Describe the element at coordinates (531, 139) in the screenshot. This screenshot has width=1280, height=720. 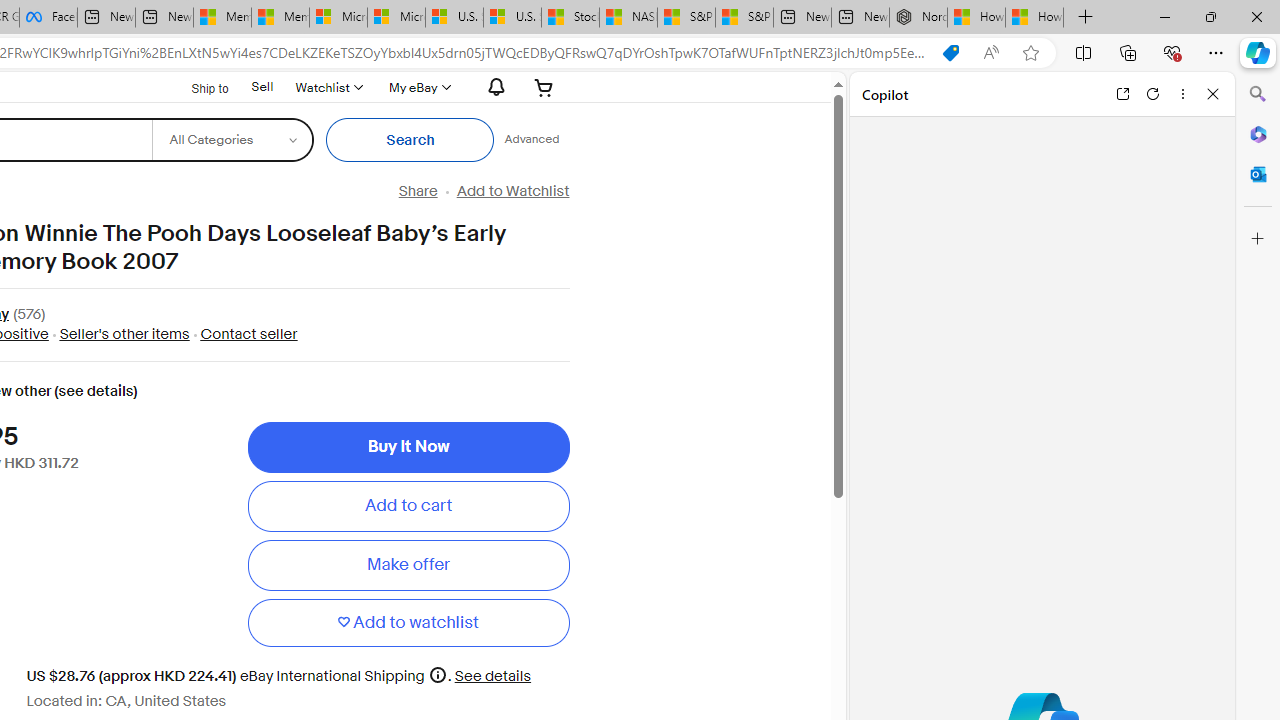
I see `'Advanced Search'` at that location.